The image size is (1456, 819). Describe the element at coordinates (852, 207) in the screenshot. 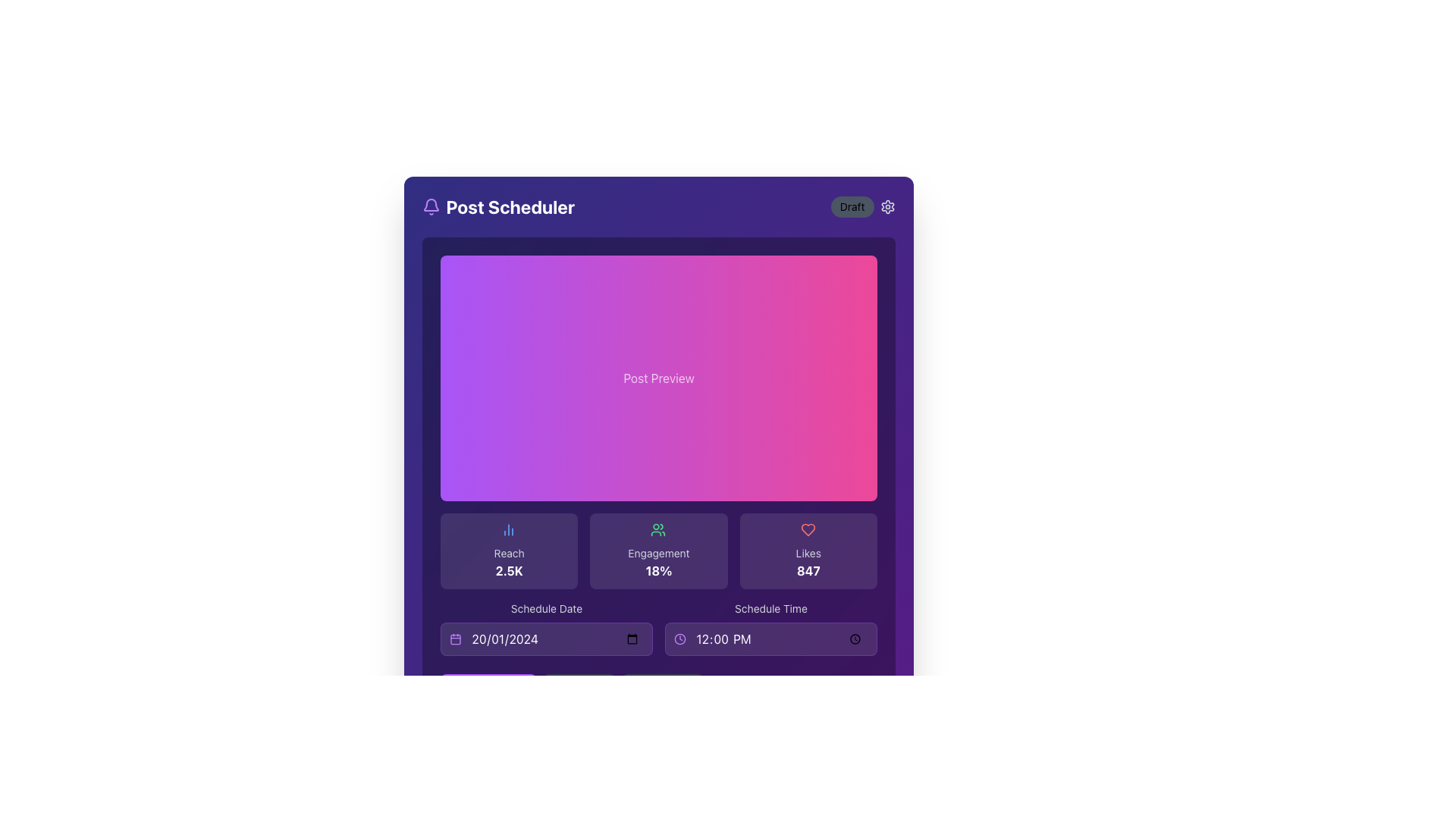

I see `the small, pill-shaped label with a dark background and the text 'Draft' in white, located in the top right corner of the interface` at that location.